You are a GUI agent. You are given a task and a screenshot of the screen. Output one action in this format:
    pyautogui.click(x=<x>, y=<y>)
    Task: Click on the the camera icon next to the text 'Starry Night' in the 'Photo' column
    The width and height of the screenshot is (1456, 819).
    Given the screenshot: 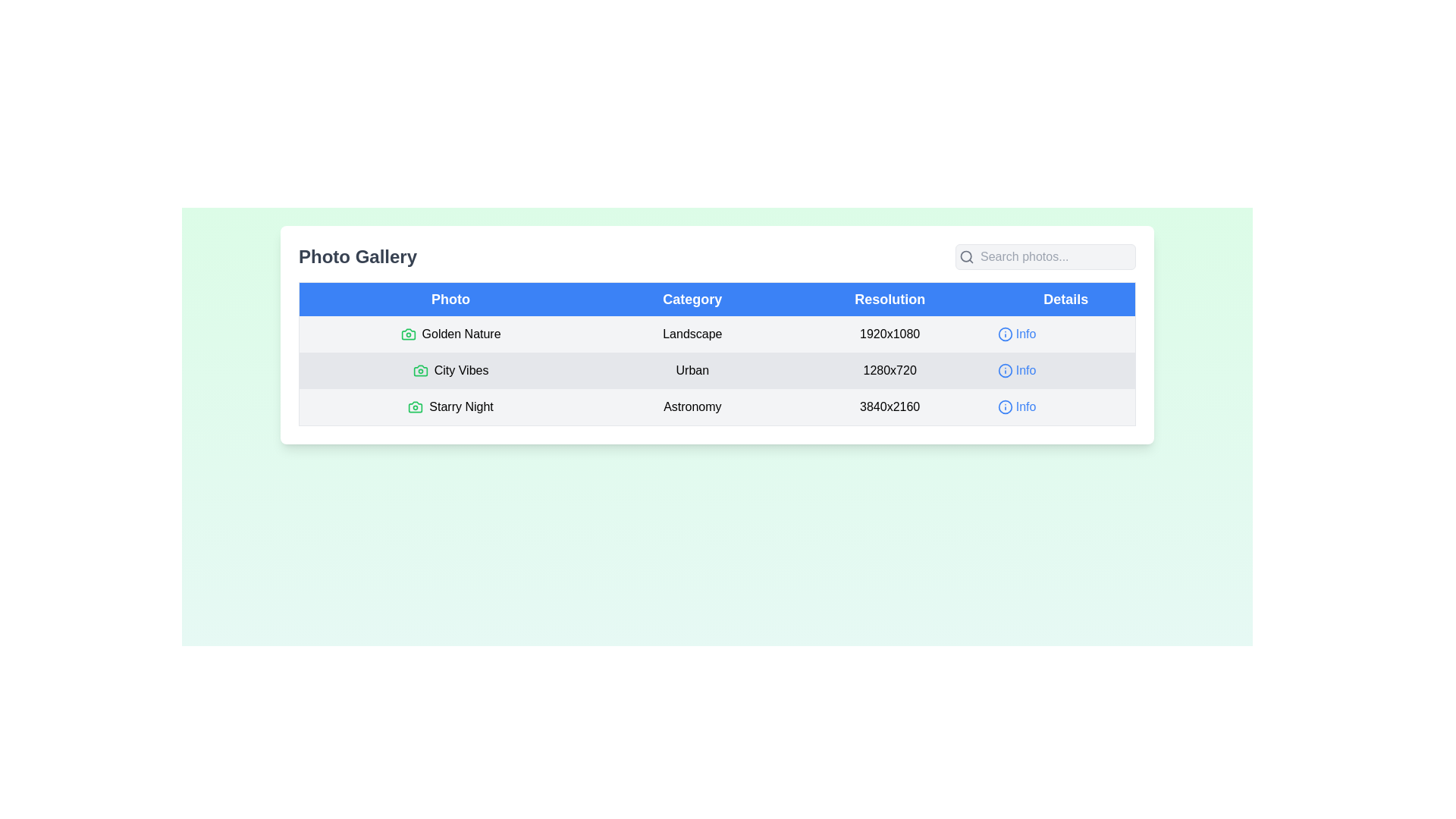 What is the action you would take?
    pyautogui.click(x=450, y=406)
    